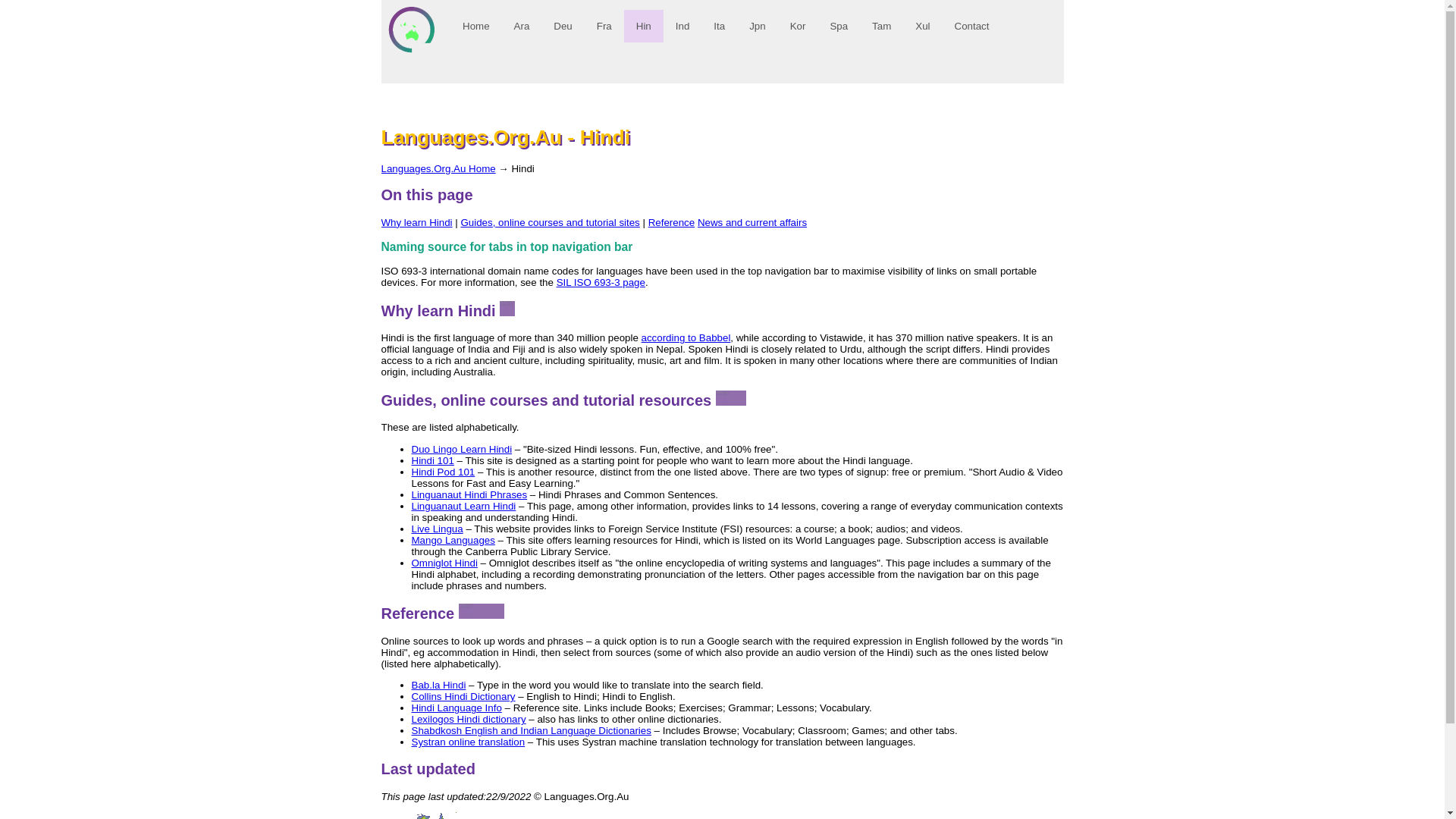 This screenshot has height=819, width=1456. What do you see at coordinates (643, 26) in the screenshot?
I see `'Hin'` at bounding box center [643, 26].